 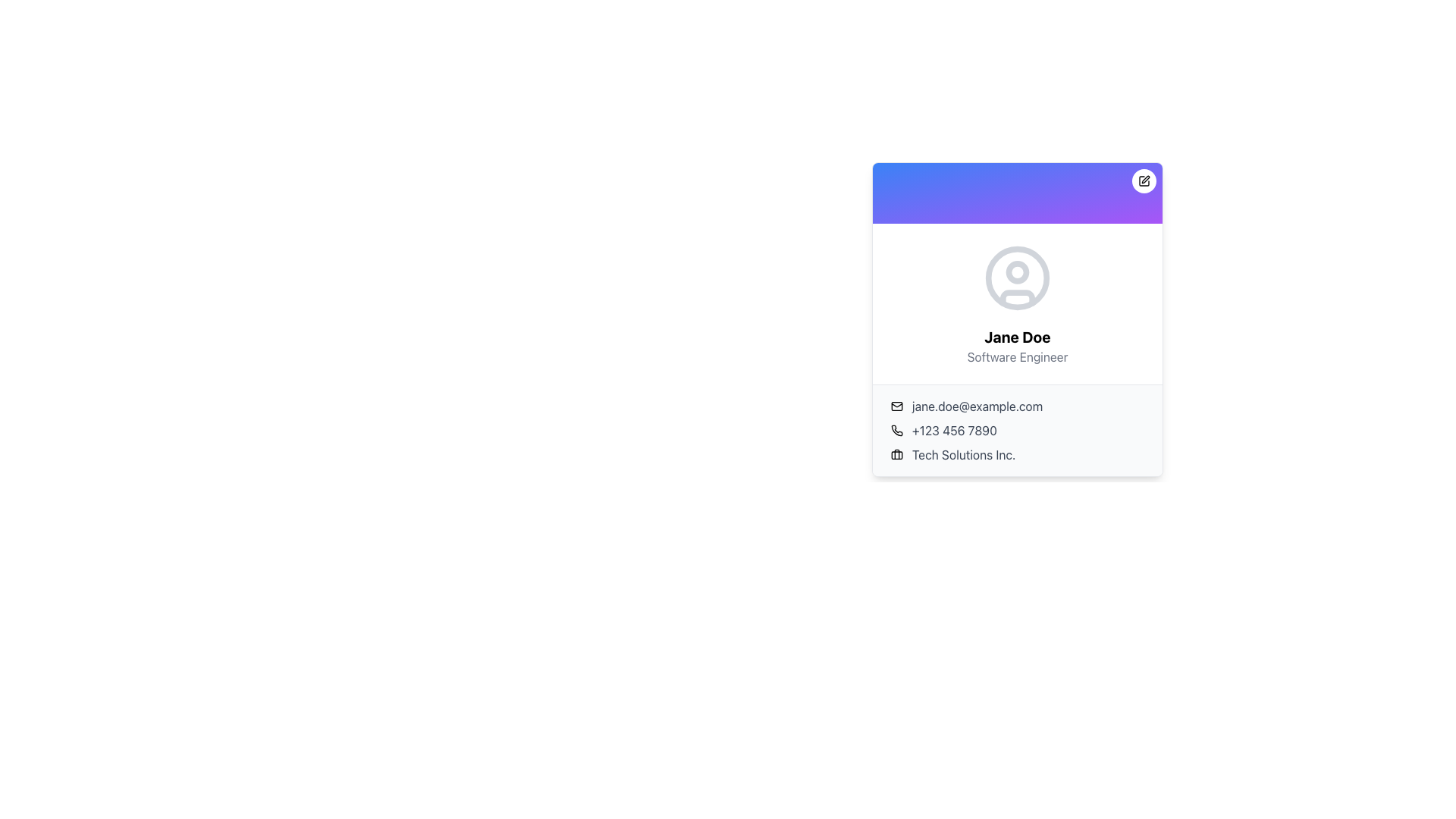 I want to click on the rounded button in the top-right corner of the profile card header that has a pen icon, so click(x=1144, y=180).